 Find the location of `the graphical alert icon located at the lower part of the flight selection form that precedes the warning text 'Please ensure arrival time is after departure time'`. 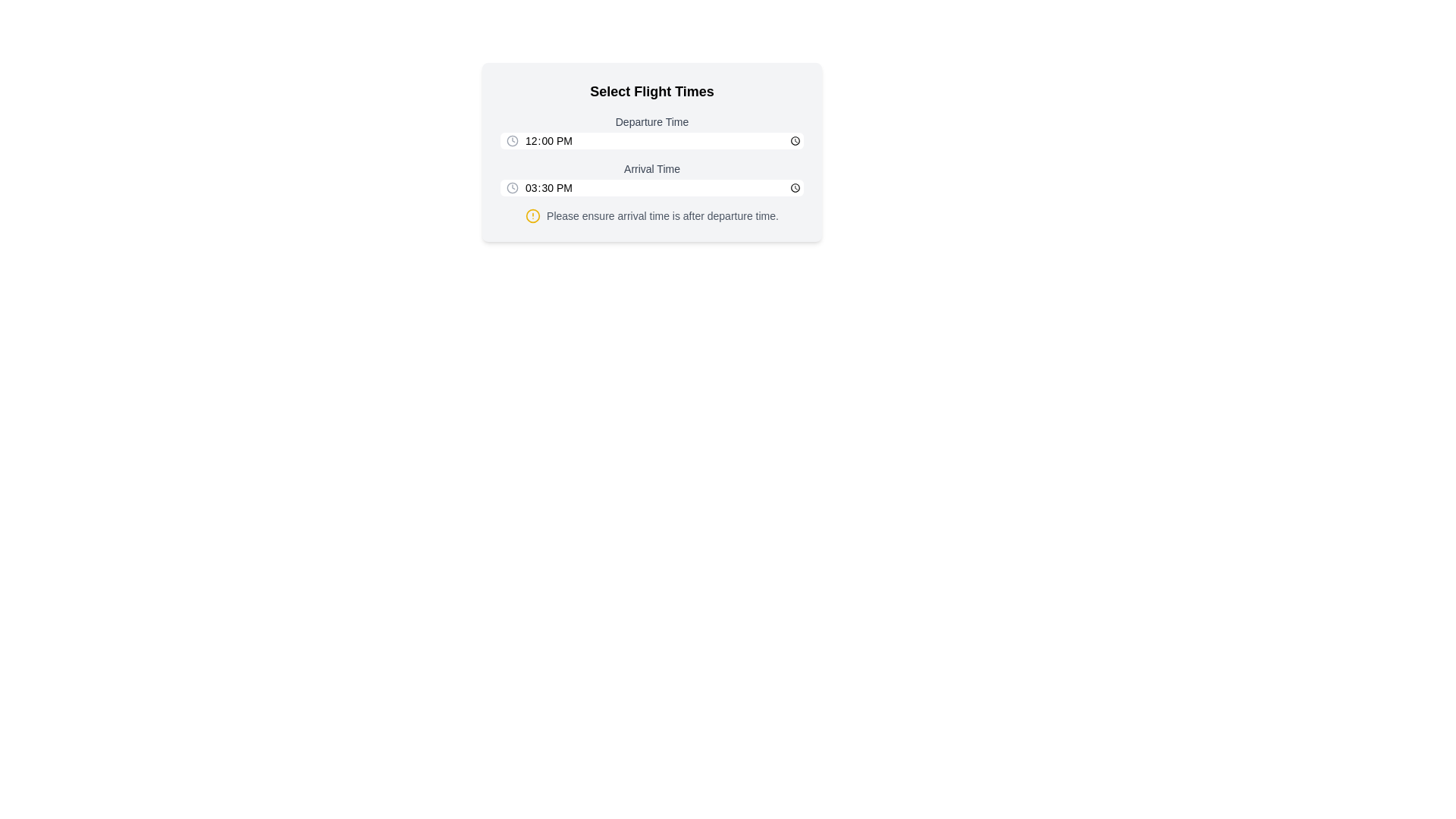

the graphical alert icon located at the lower part of the flight selection form that precedes the warning text 'Please ensure arrival time is after departure time' is located at coordinates (533, 216).